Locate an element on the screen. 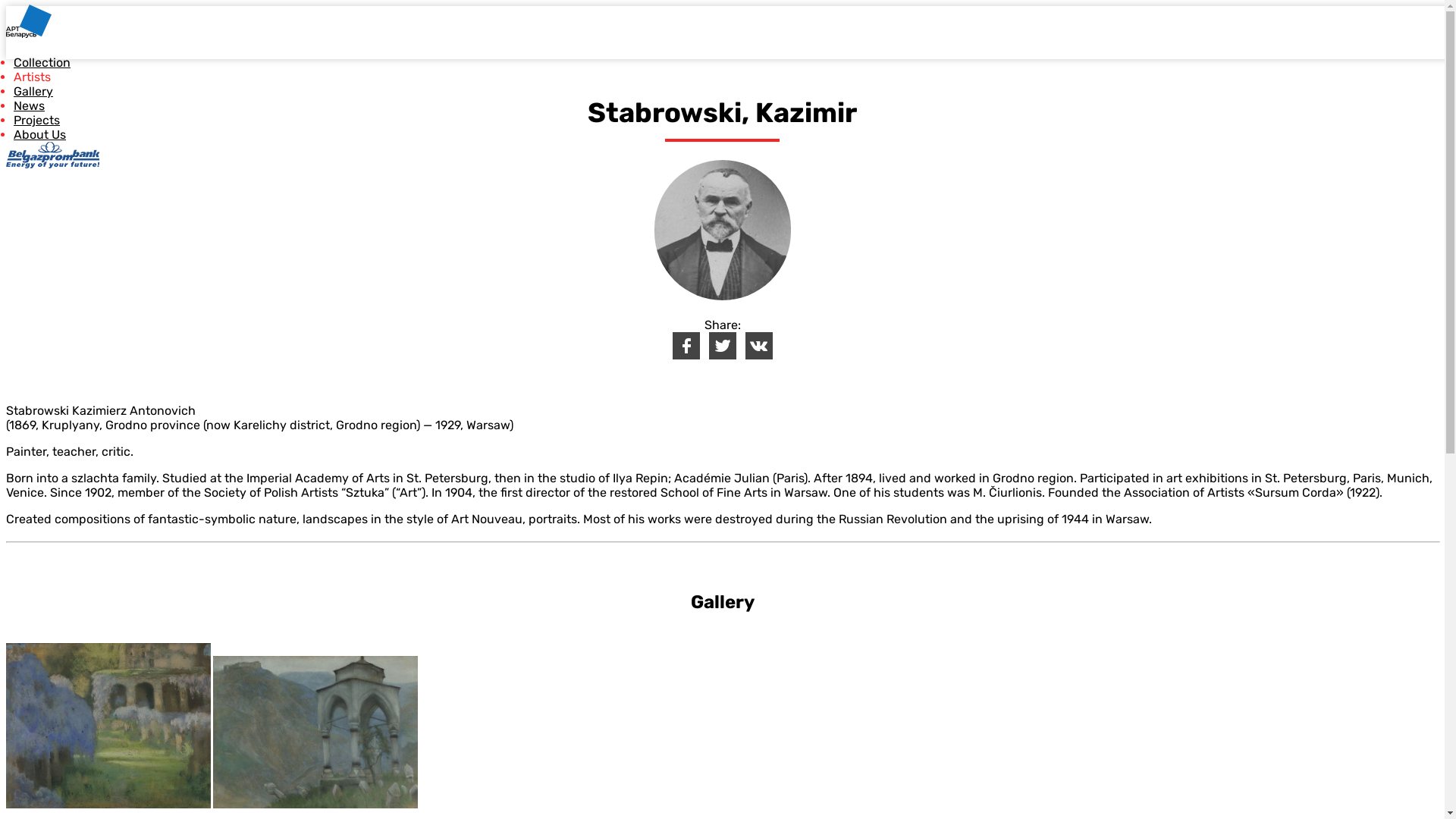 This screenshot has height=819, width=1456. 'Artists' is located at coordinates (32, 77).